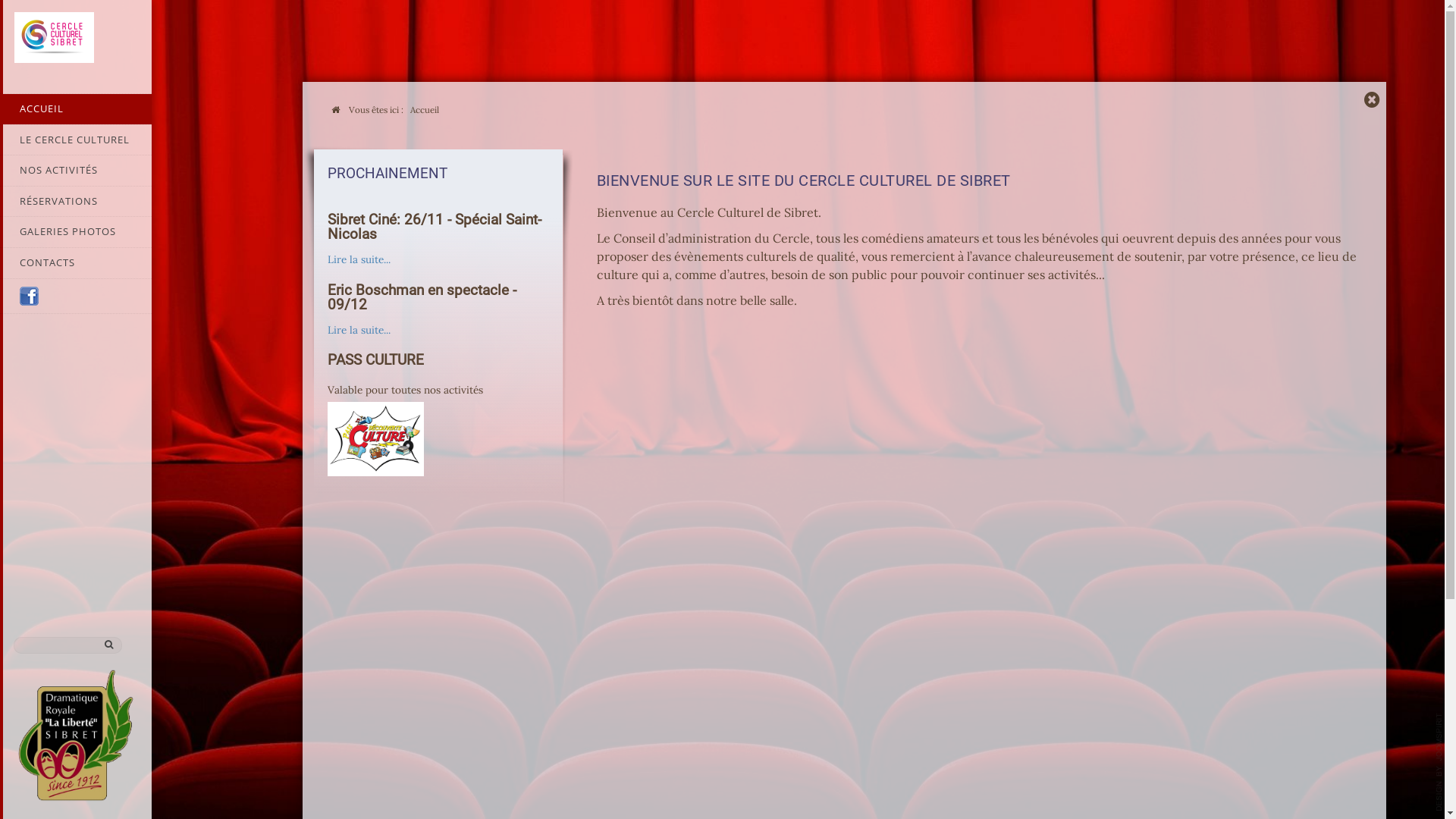  Describe the element at coordinates (0, 262) in the screenshot. I see `'CONTACTS'` at that location.